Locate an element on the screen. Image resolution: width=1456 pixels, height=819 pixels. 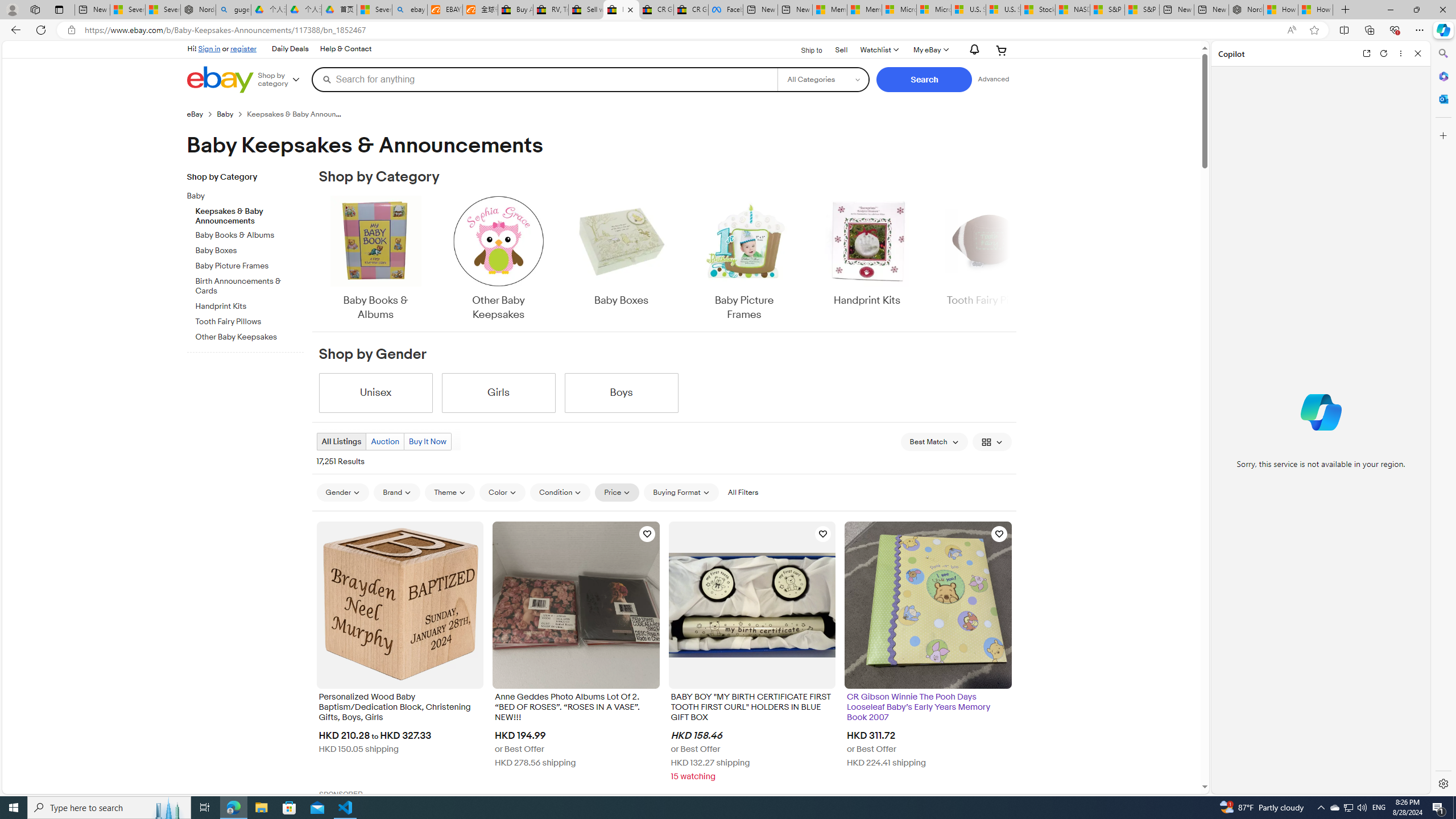
'eBay' is located at coordinates (201, 113).